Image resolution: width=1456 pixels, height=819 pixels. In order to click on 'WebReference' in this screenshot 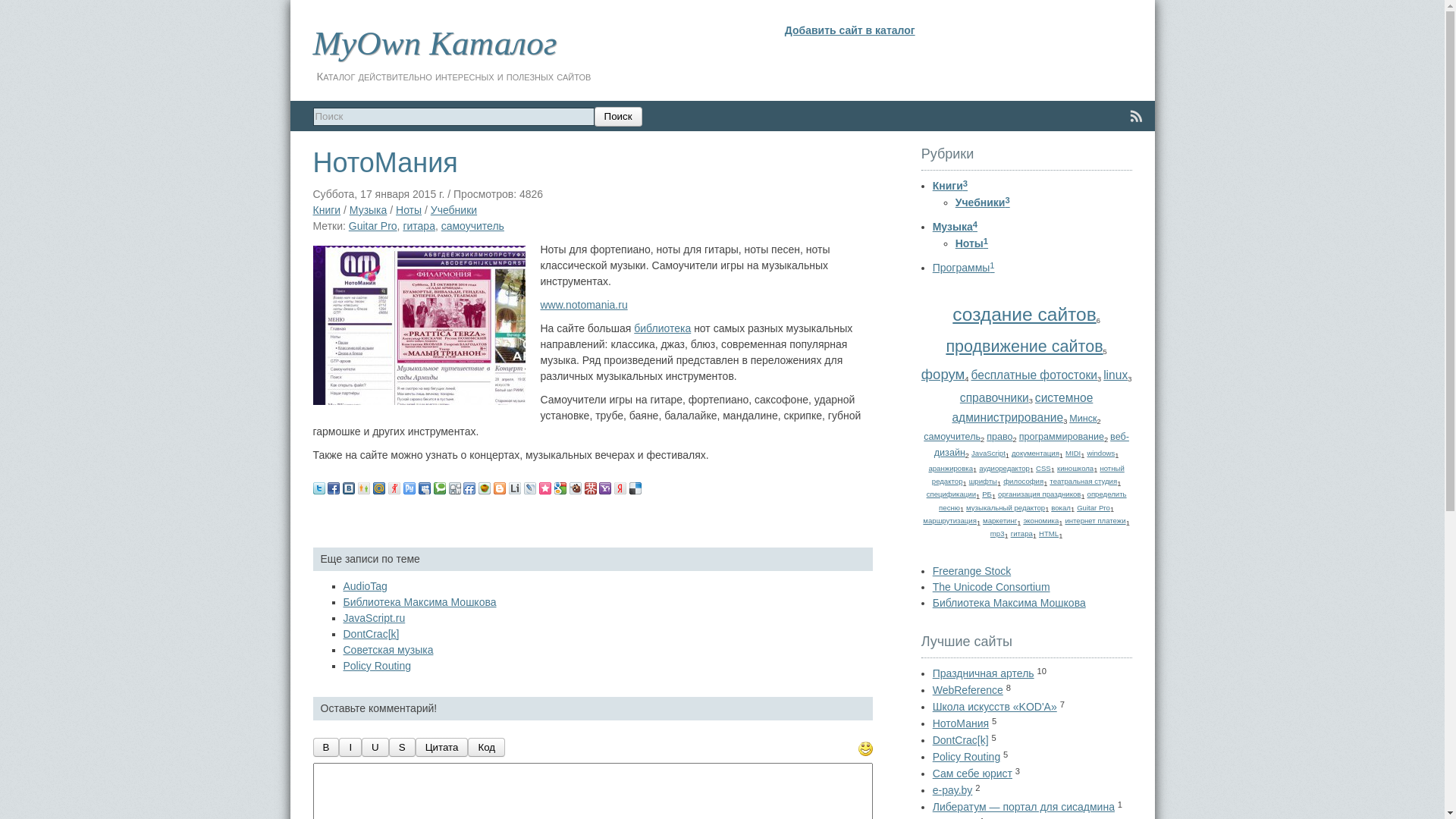, I will do `click(967, 690)`.